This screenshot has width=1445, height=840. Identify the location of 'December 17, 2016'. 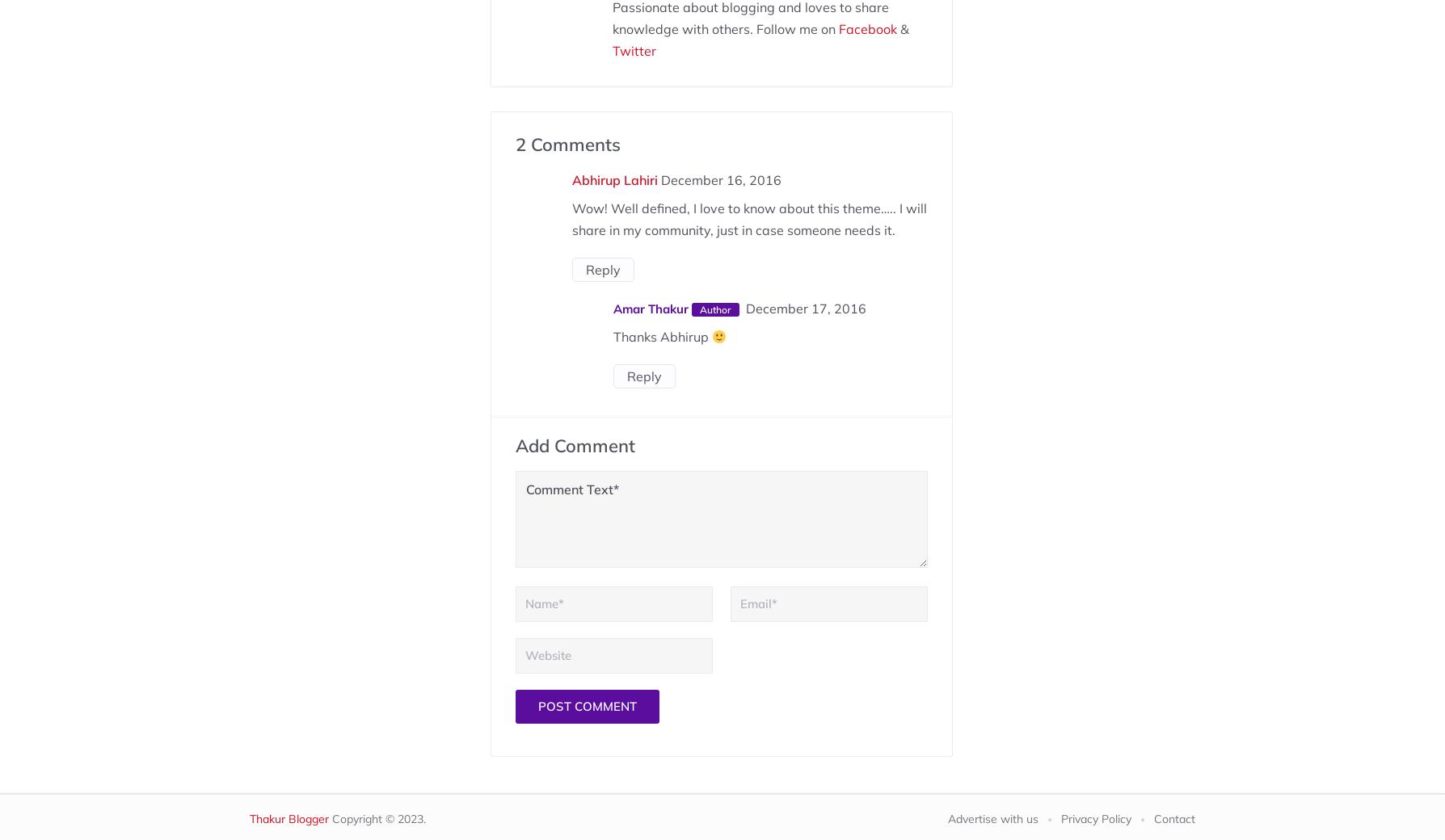
(805, 307).